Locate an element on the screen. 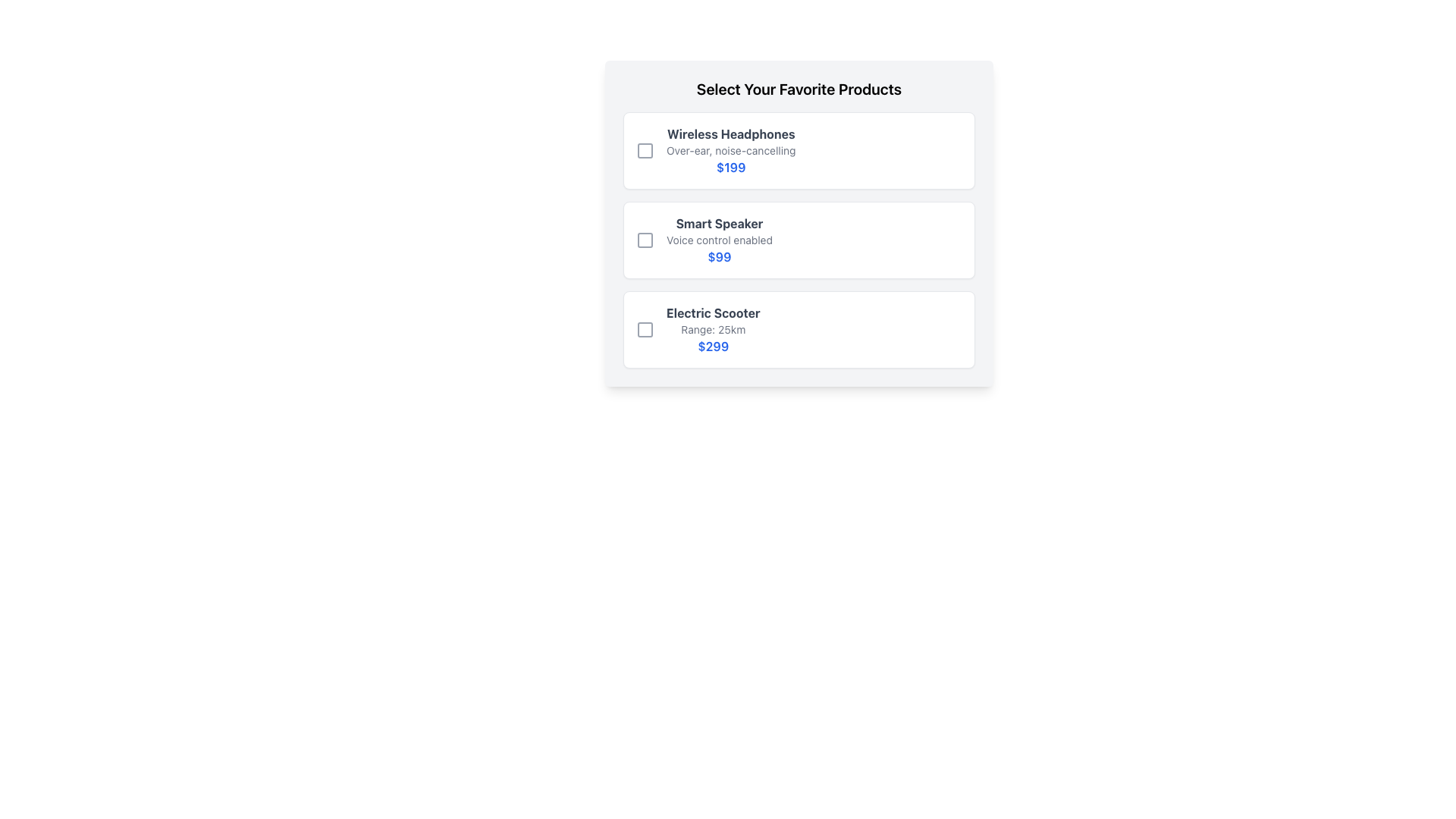 This screenshot has width=1456, height=819. the checkbox on the rectangular selection card labeled 'Smart Speaker' which is positioned as the second card in a vertical list is located at coordinates (799, 223).